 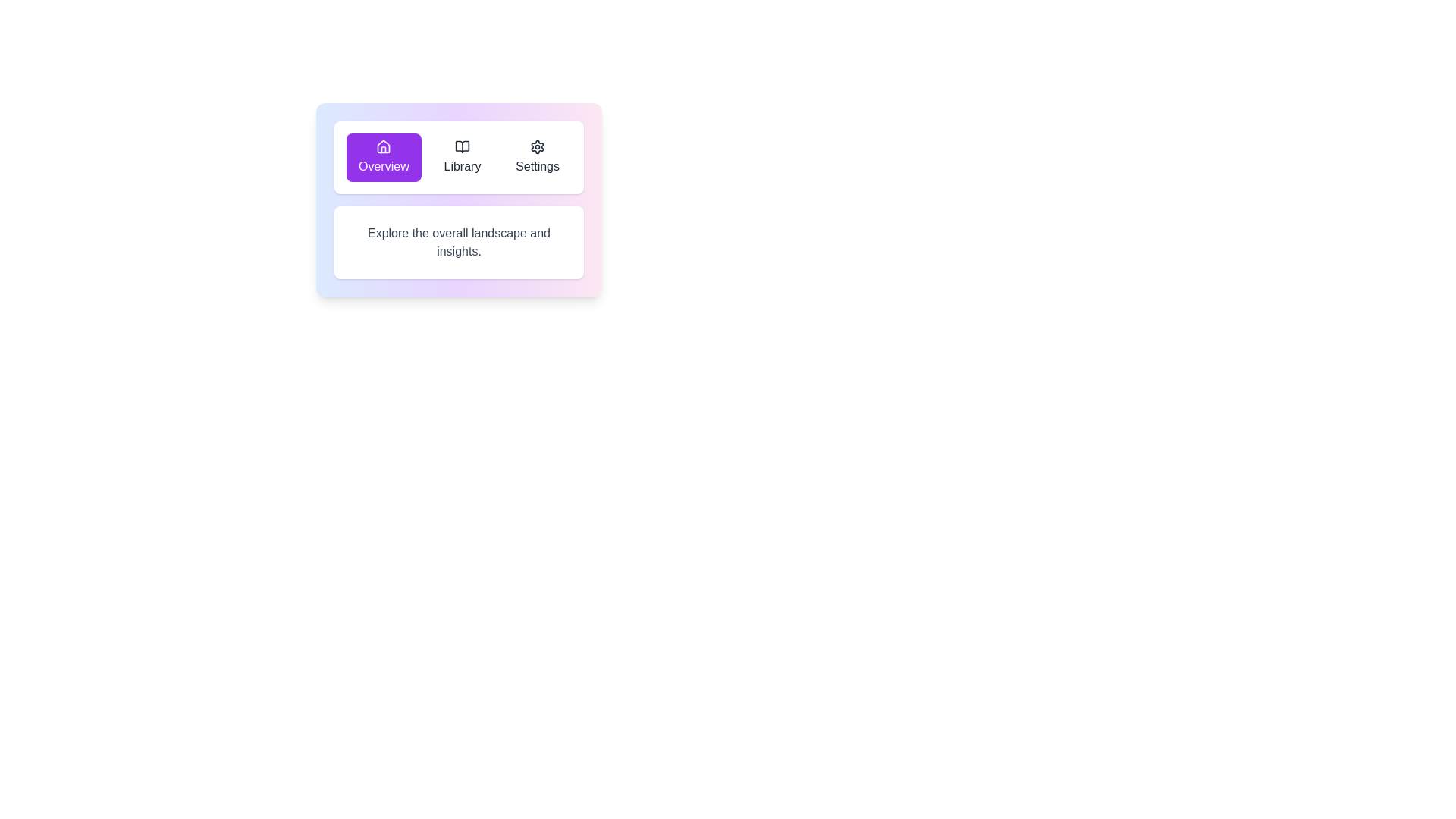 What do you see at coordinates (384, 166) in the screenshot?
I see `the 'Overview' button, which is a purple button located at the top-left of a horizontal menu for navigation` at bounding box center [384, 166].